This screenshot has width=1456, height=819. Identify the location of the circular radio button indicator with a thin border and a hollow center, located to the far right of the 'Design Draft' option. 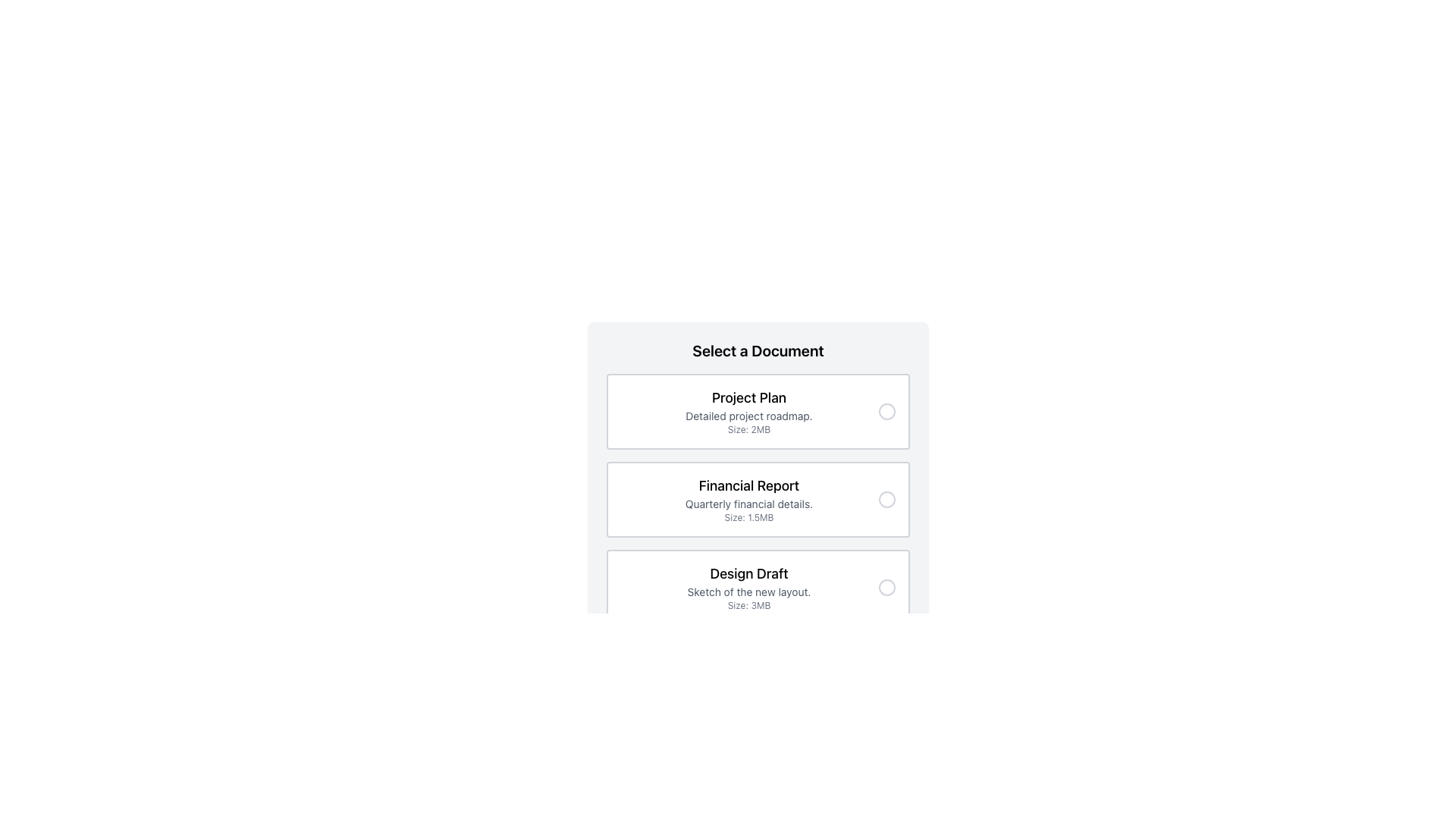
(887, 587).